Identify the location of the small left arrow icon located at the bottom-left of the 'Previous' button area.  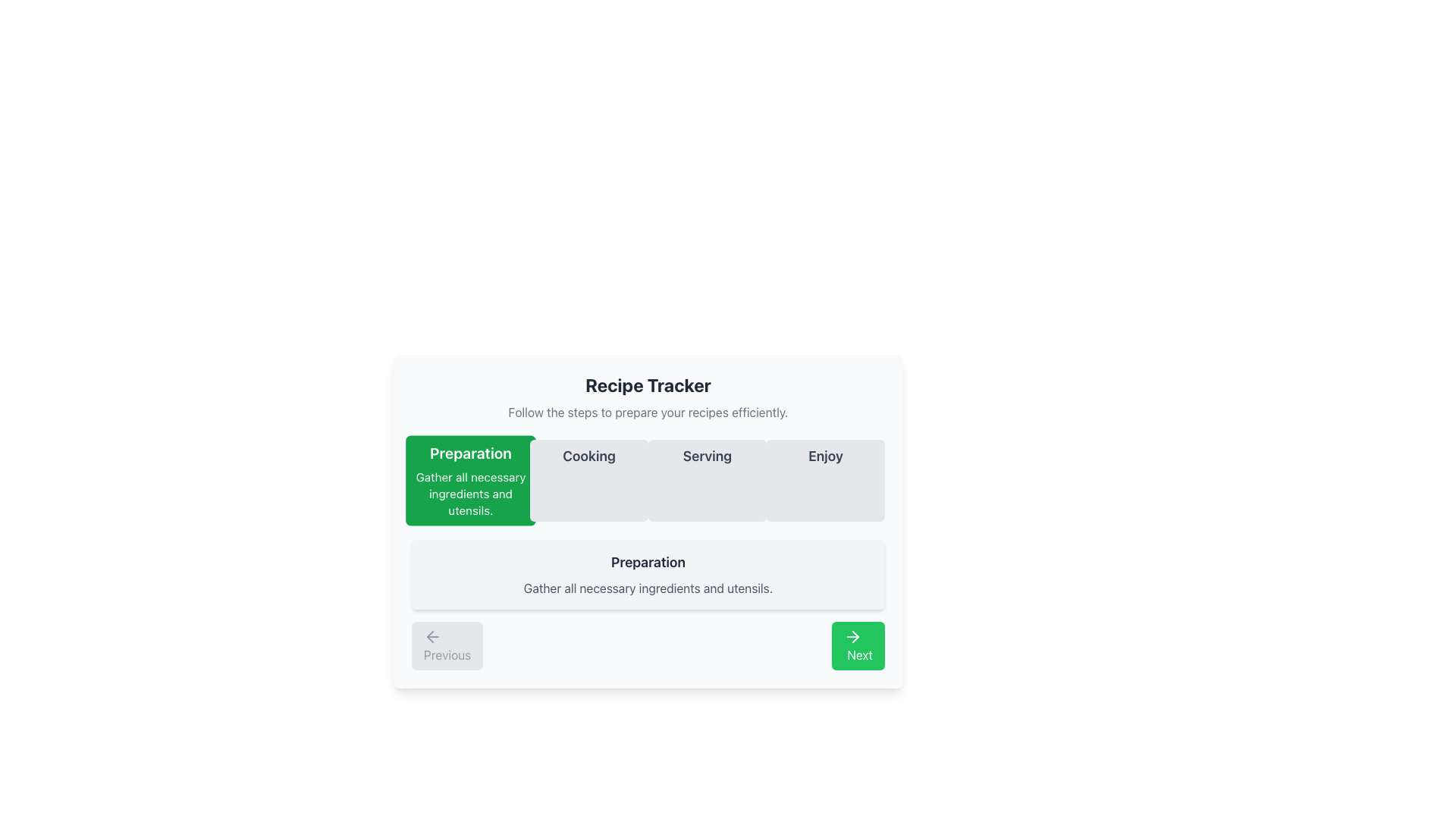
(429, 637).